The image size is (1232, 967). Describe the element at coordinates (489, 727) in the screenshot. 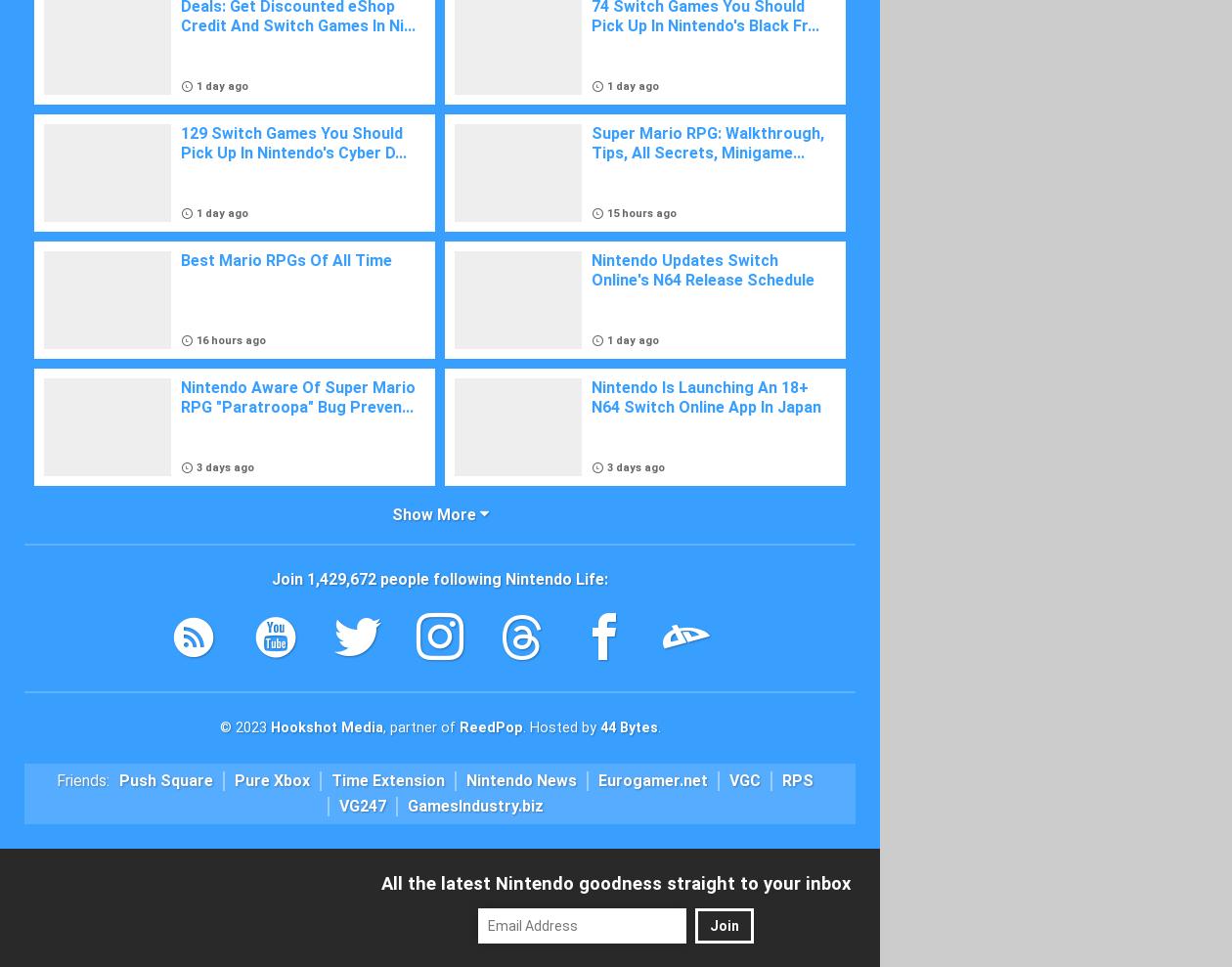

I see `'ReedPop'` at that location.